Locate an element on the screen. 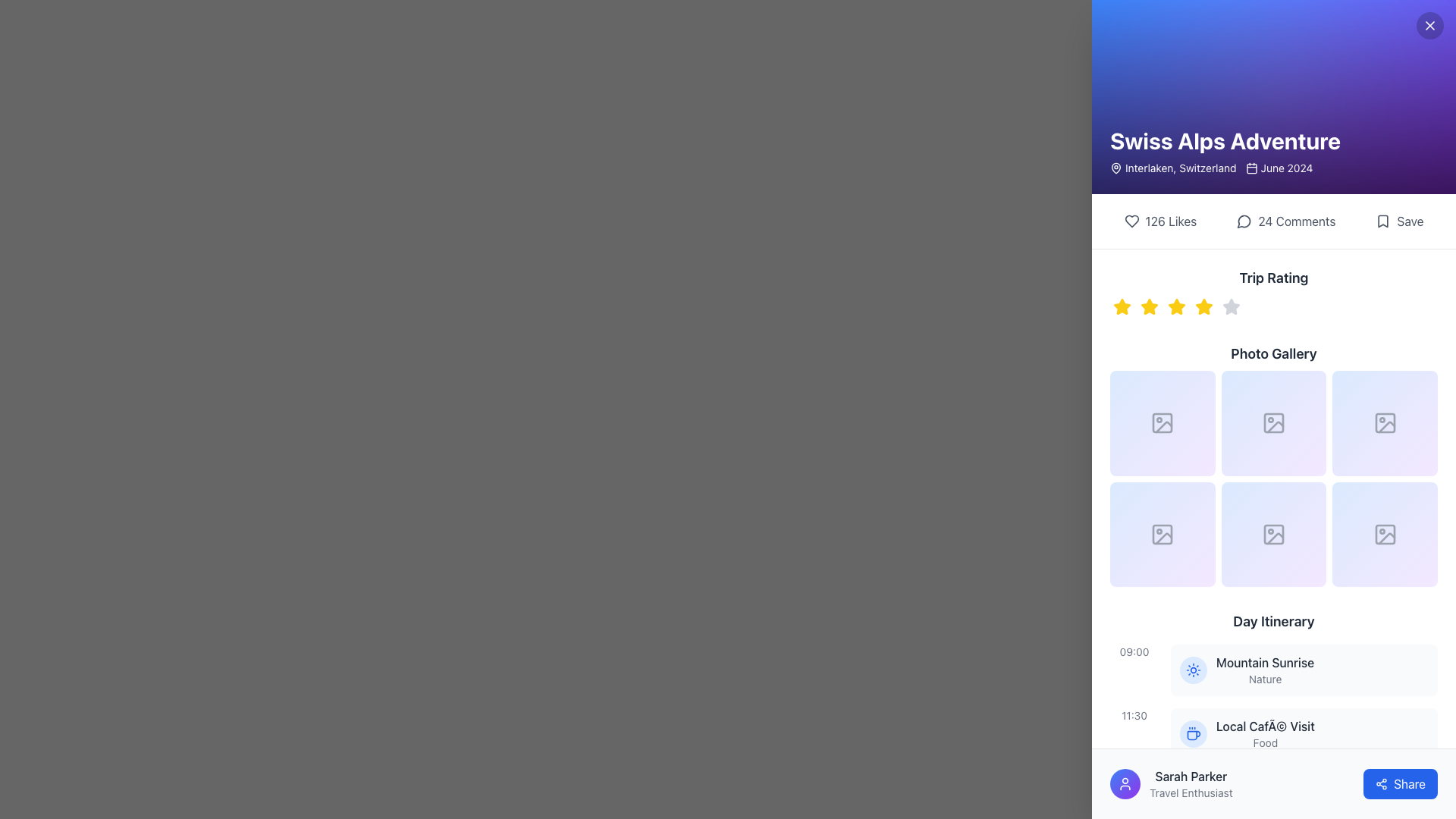 The image size is (1456, 819). the third star icon button is located at coordinates (1175, 307).